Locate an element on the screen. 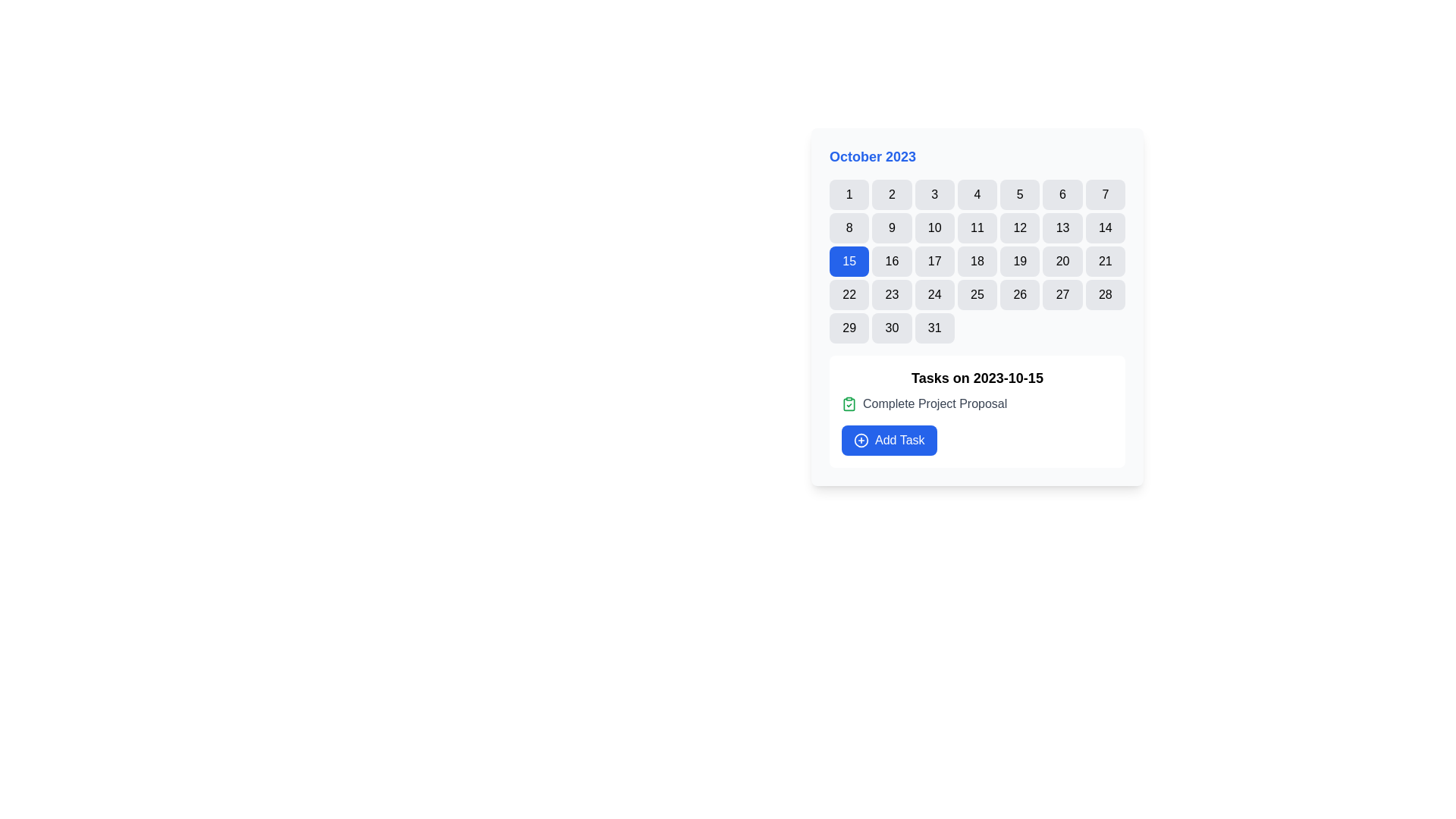 The image size is (1456, 819). the button displaying '11' in the calendar grid by navigating via keyboard is located at coordinates (977, 227).